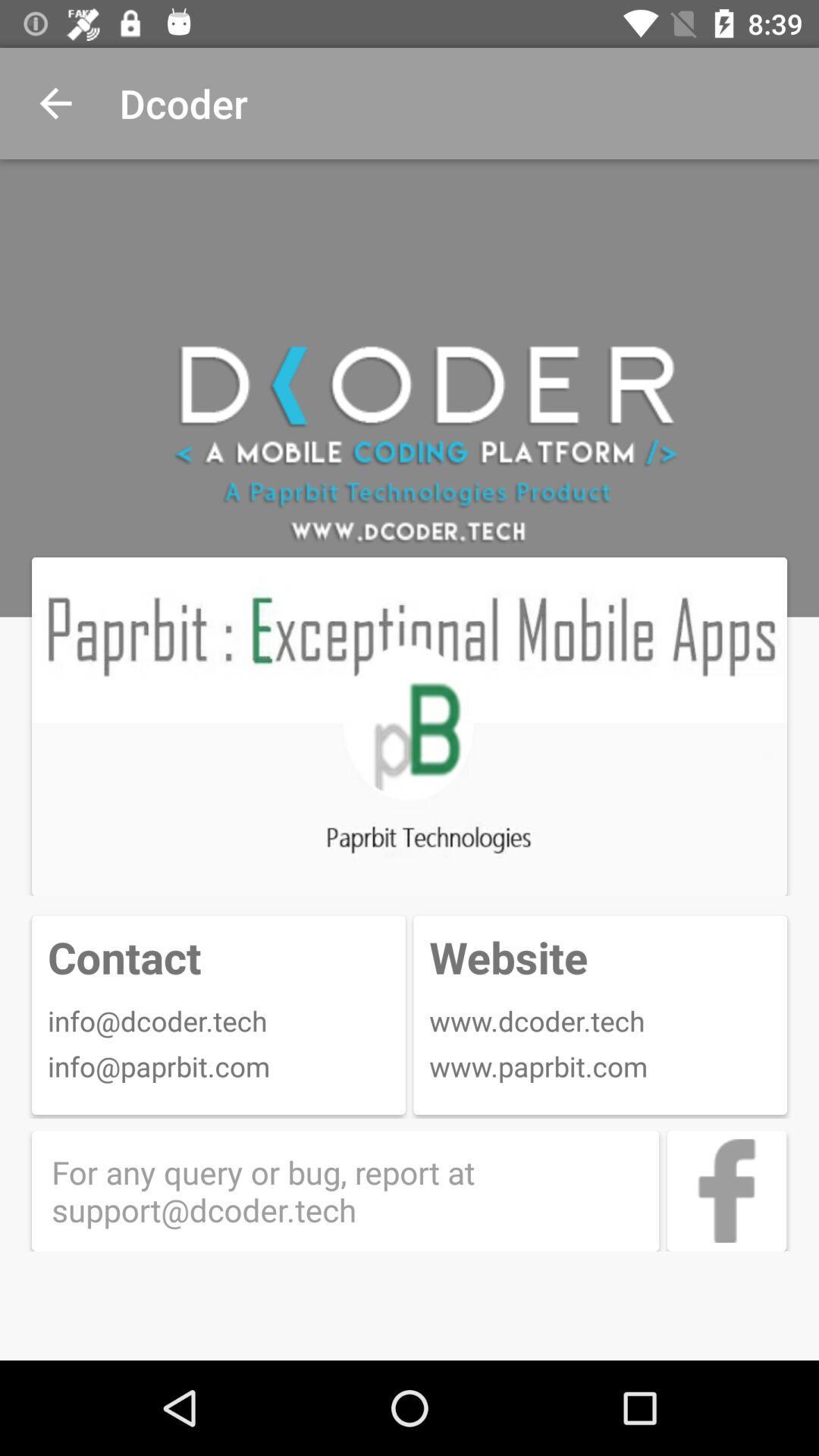 The image size is (819, 1456). Describe the element at coordinates (726, 1190) in the screenshot. I see `icon to the right of for any query` at that location.